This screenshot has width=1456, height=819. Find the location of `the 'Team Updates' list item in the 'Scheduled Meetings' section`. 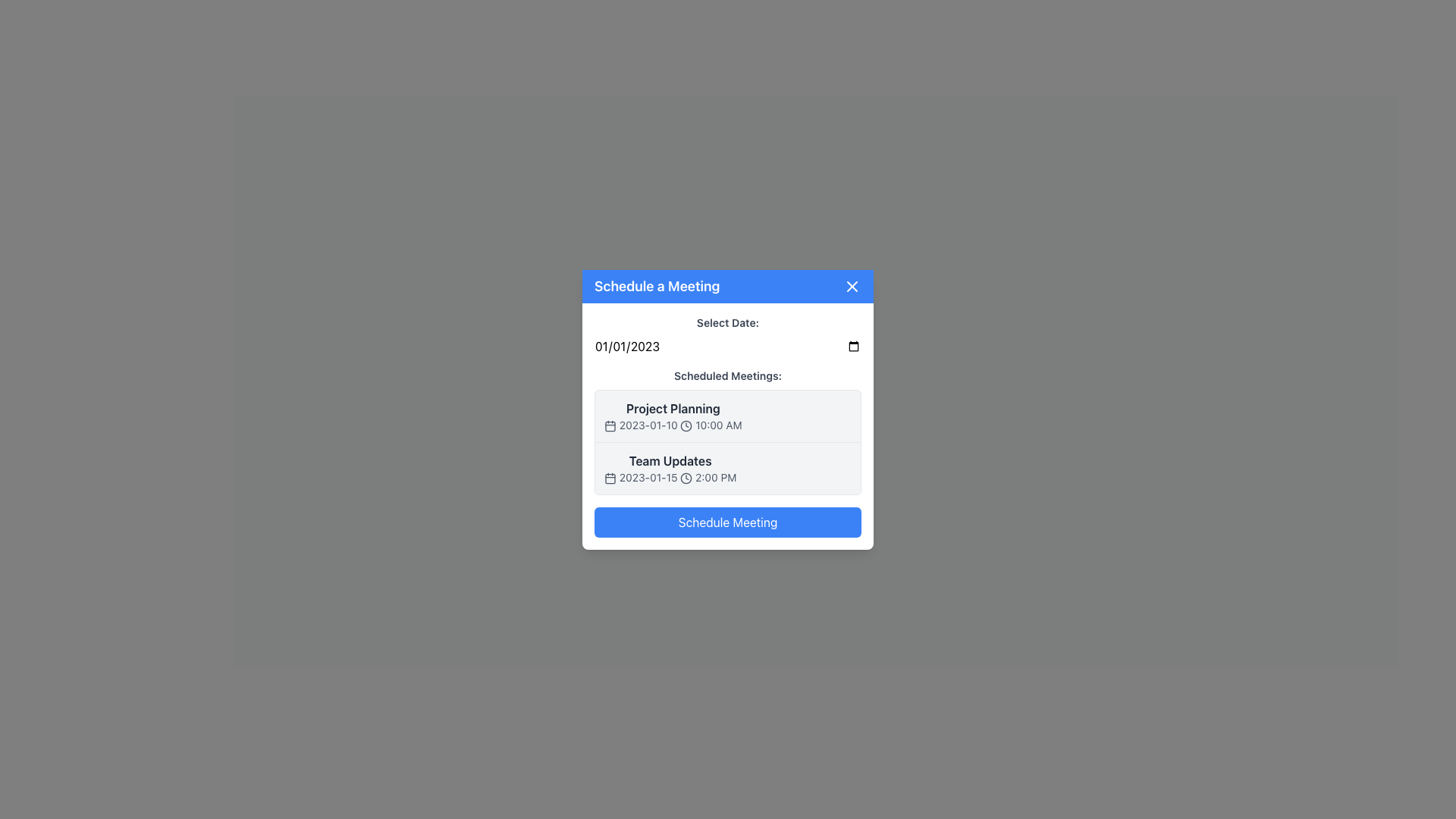

the 'Team Updates' list item in the 'Scheduled Meetings' section is located at coordinates (728, 467).